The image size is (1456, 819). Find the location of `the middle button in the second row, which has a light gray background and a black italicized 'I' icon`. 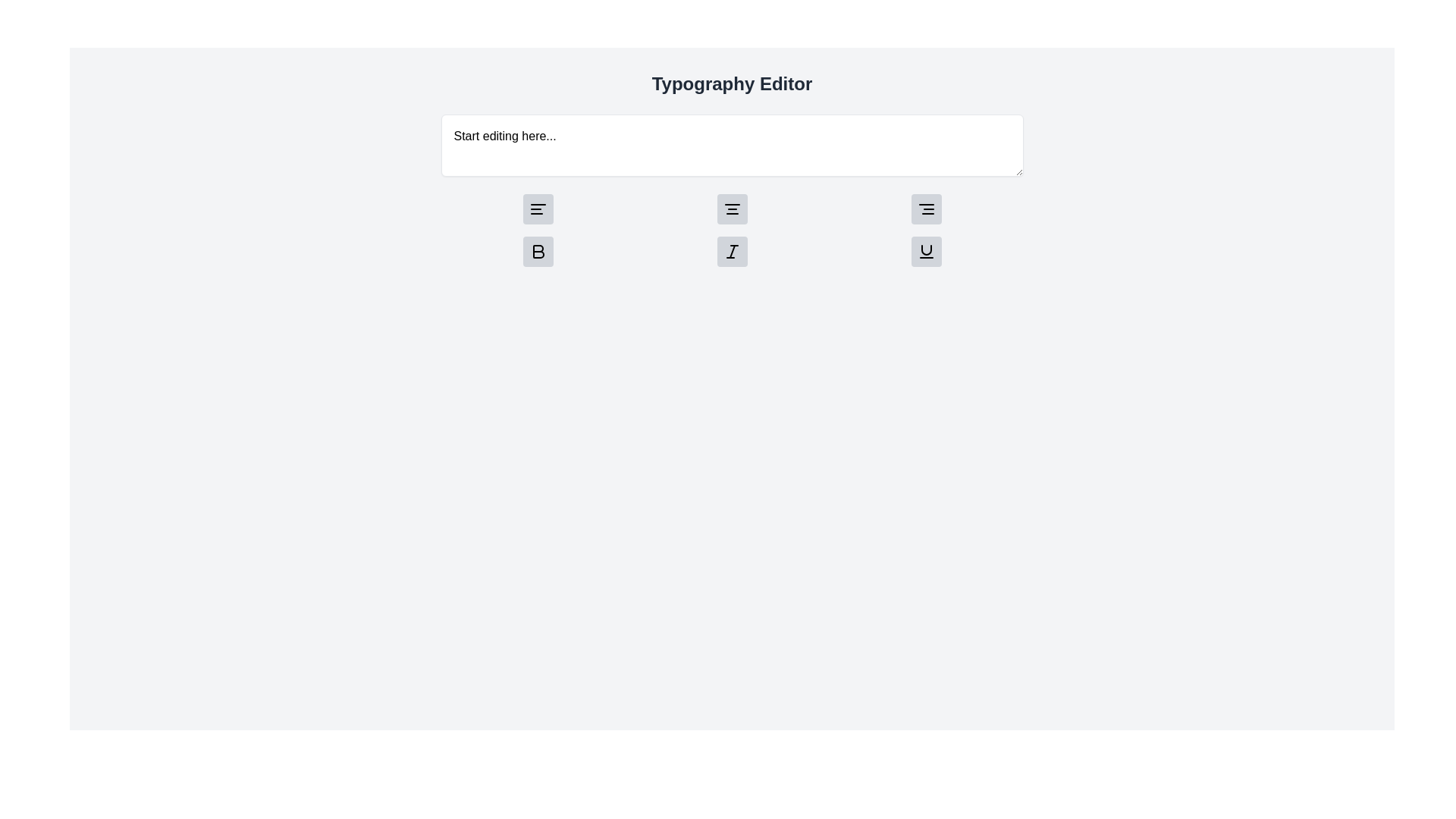

the middle button in the second row, which has a light gray background and a black italicized 'I' icon is located at coordinates (732, 250).